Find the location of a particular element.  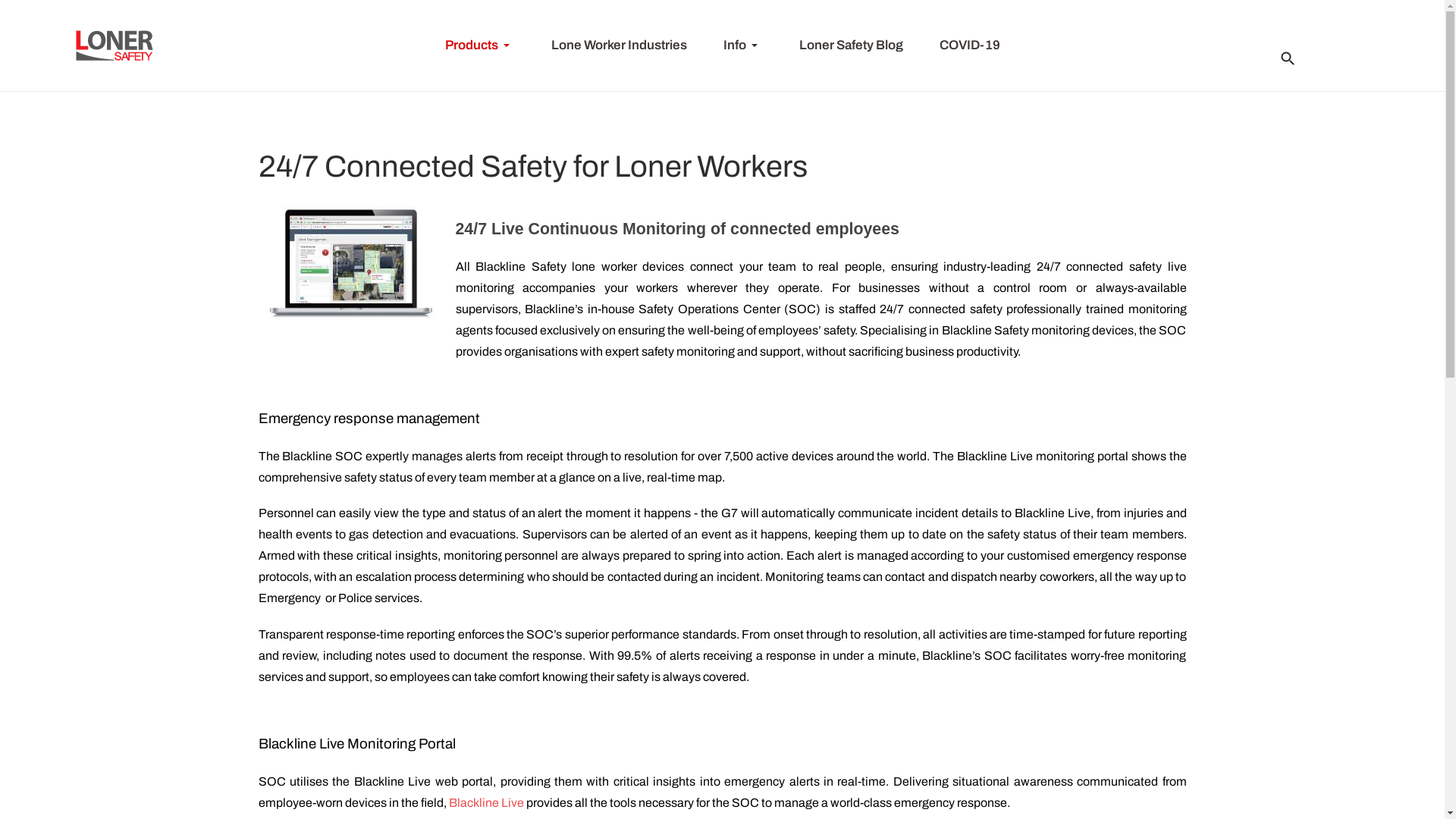

'Lone Worker Service Plan from Blackline Safety' is located at coordinates (348, 265).